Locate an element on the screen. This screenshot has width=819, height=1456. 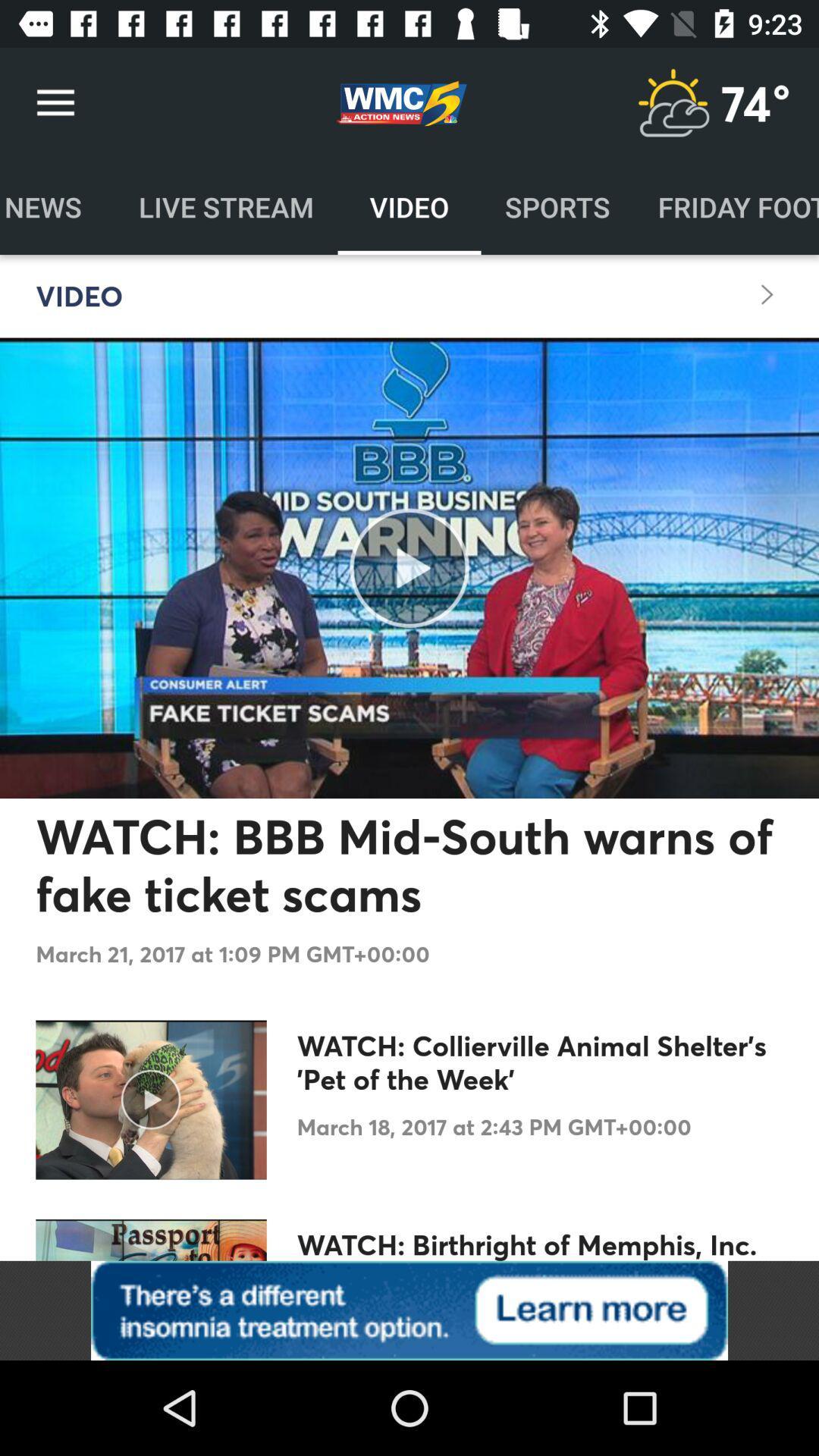
advertisement is located at coordinates (409, 1310).